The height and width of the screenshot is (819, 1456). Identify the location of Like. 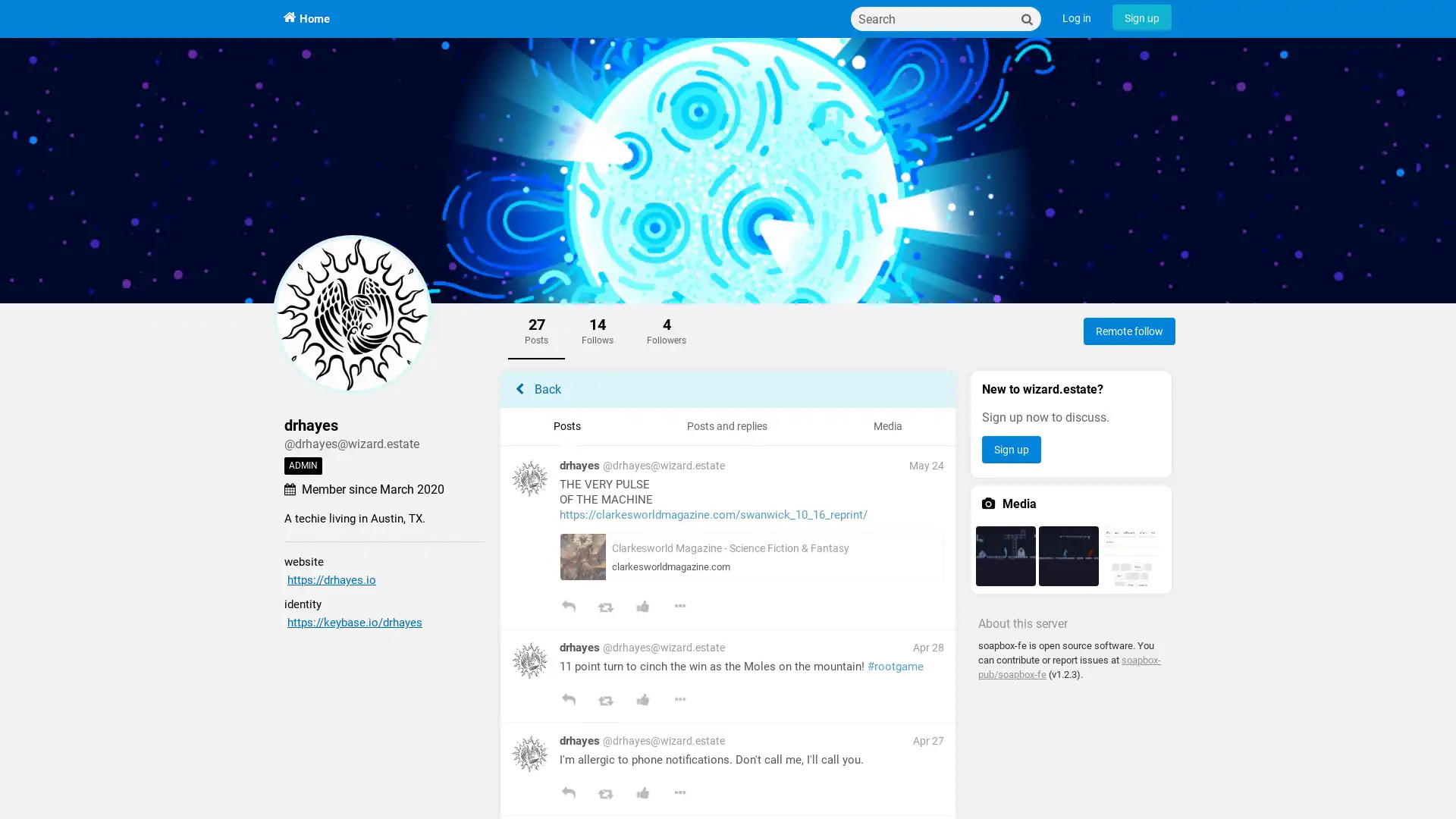
(642, 701).